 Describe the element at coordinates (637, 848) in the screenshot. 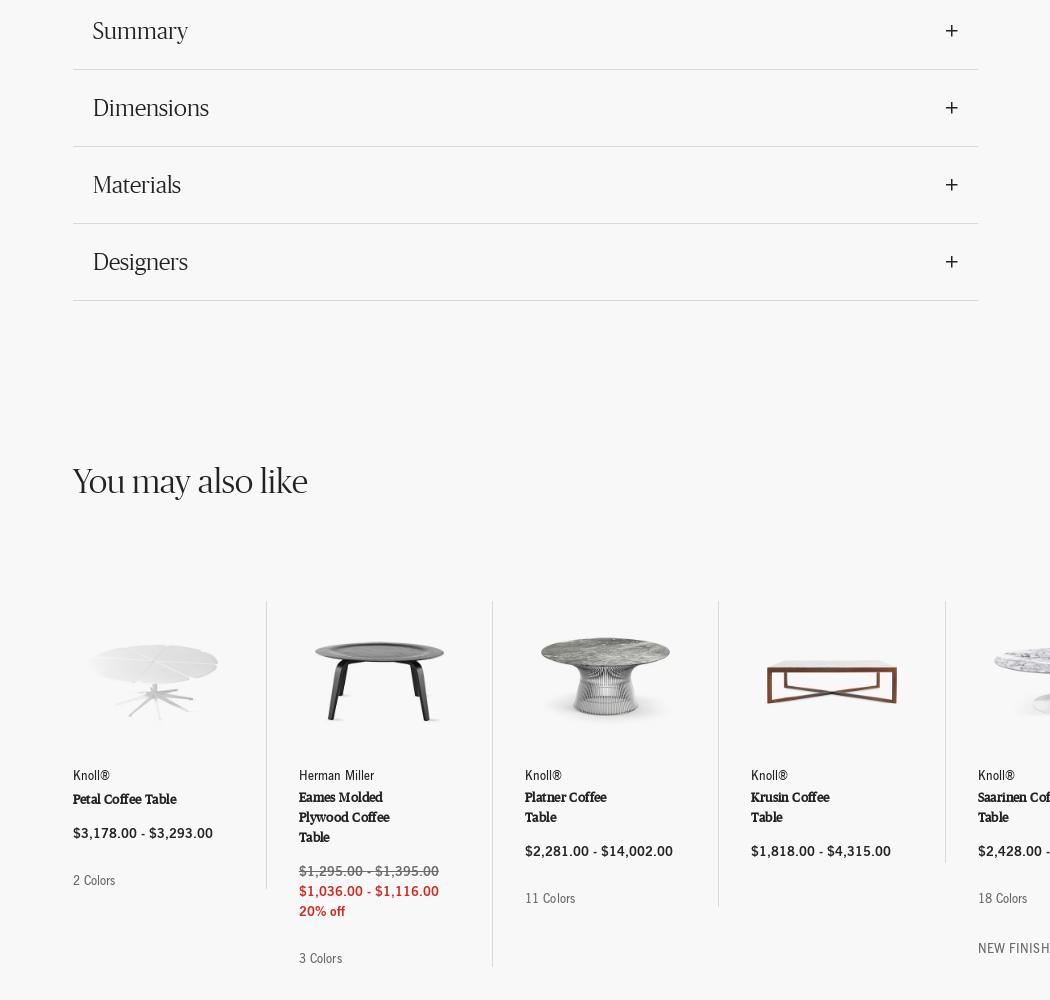

I see `'$14,002.00'` at that location.